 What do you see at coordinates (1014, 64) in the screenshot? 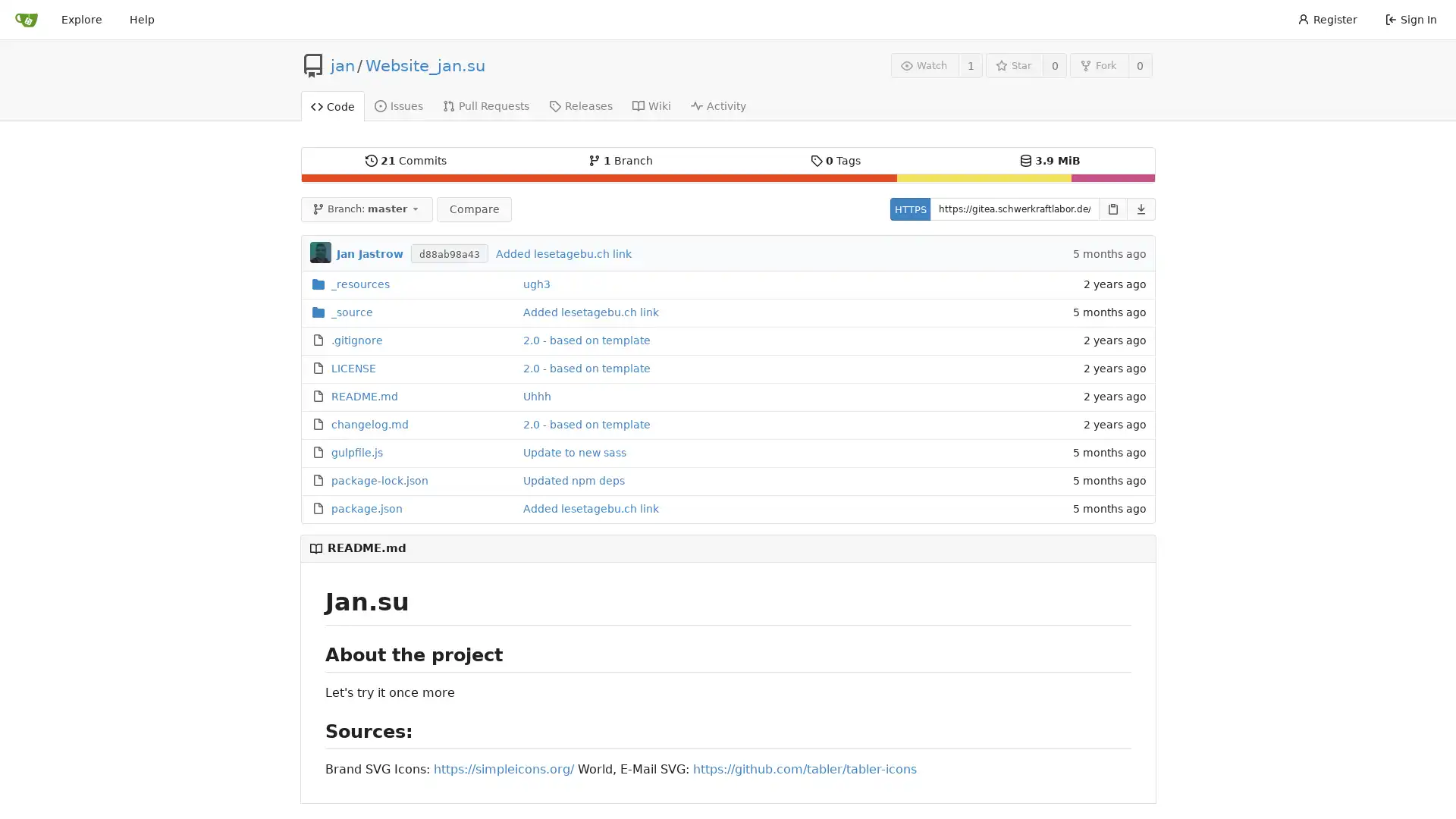
I see `Star` at bounding box center [1014, 64].